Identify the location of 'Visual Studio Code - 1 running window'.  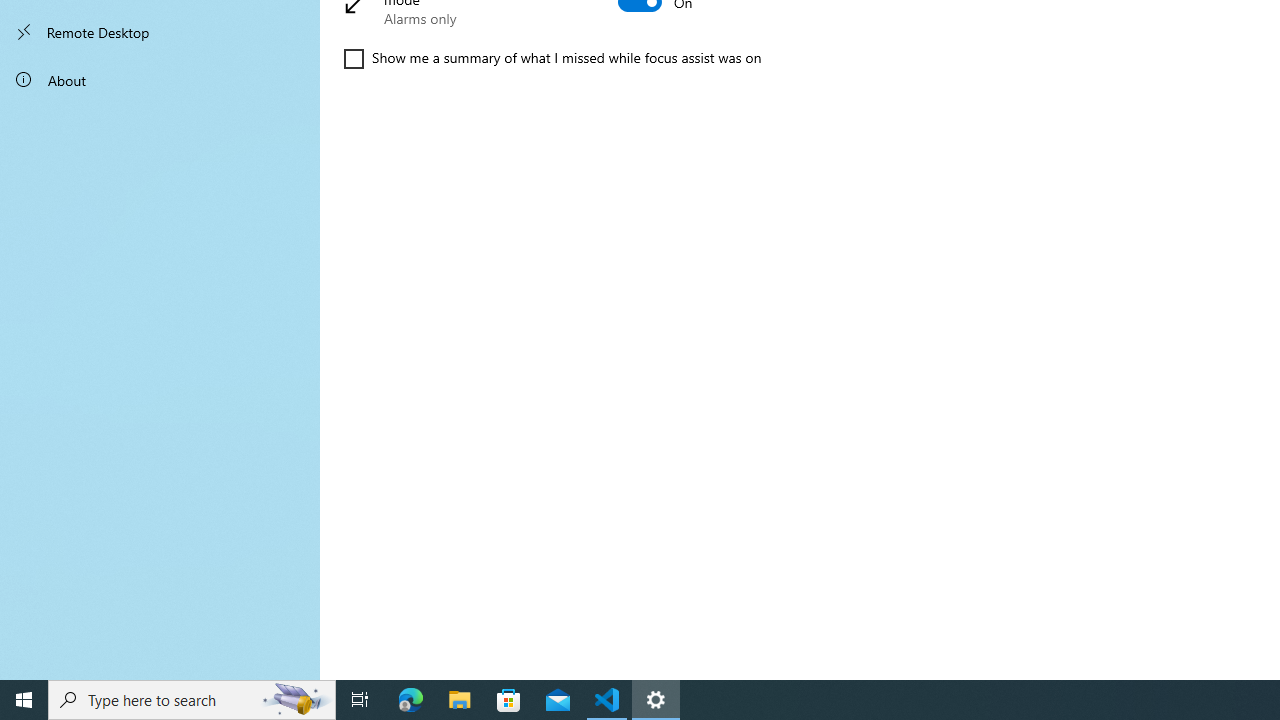
(606, 698).